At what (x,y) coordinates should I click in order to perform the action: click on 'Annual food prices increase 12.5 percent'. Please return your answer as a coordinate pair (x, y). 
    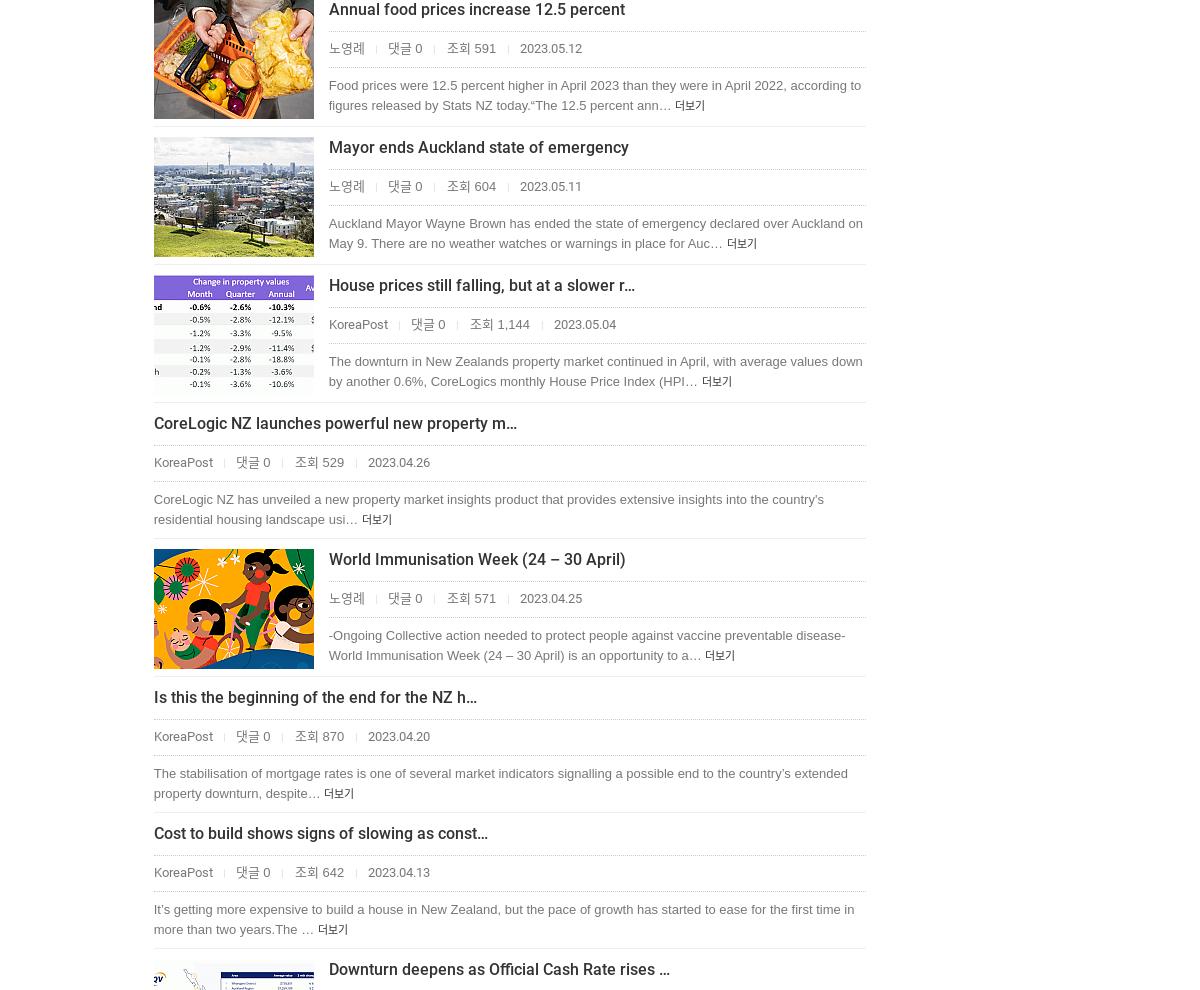
    Looking at the image, I should click on (475, 8).